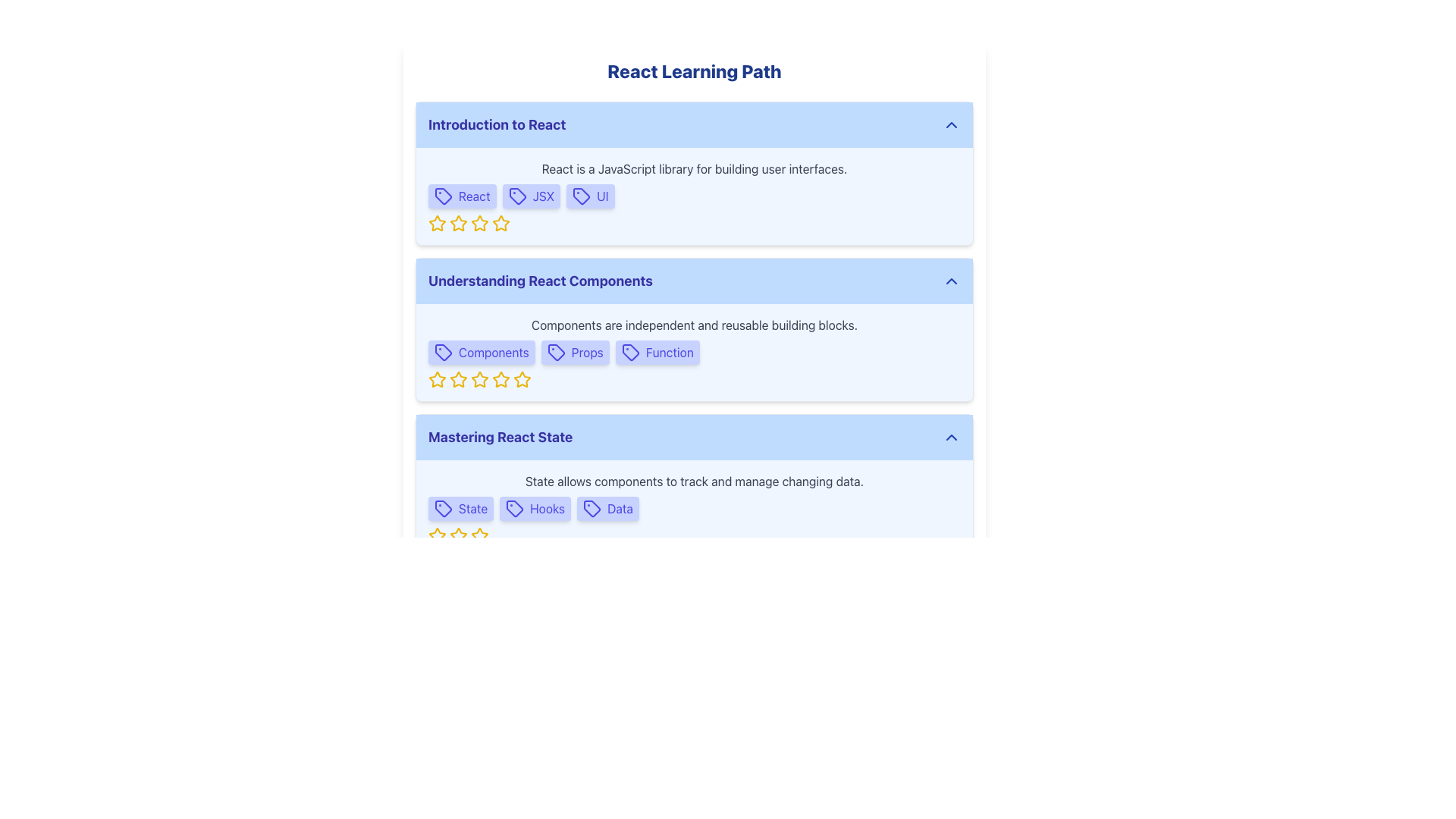 The height and width of the screenshot is (819, 1456). What do you see at coordinates (531, 195) in the screenshot?
I see `the 'JSX' tag element, which is a rounded rectangle with an indigo background and text, located under the 'Introduction to React' section, positioned between 'React' and 'UI'` at bounding box center [531, 195].